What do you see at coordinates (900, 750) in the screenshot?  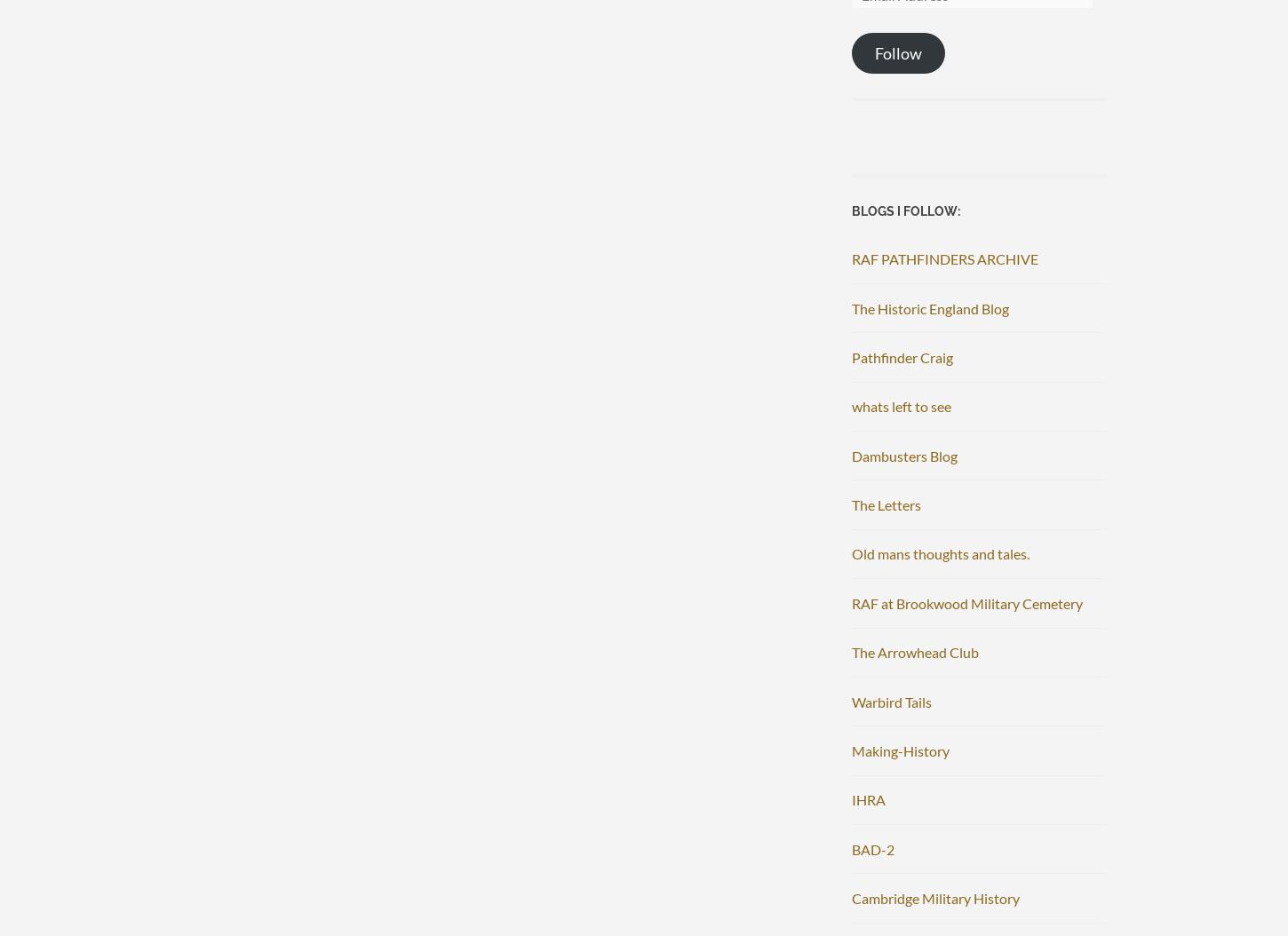 I see `'Making-History'` at bounding box center [900, 750].